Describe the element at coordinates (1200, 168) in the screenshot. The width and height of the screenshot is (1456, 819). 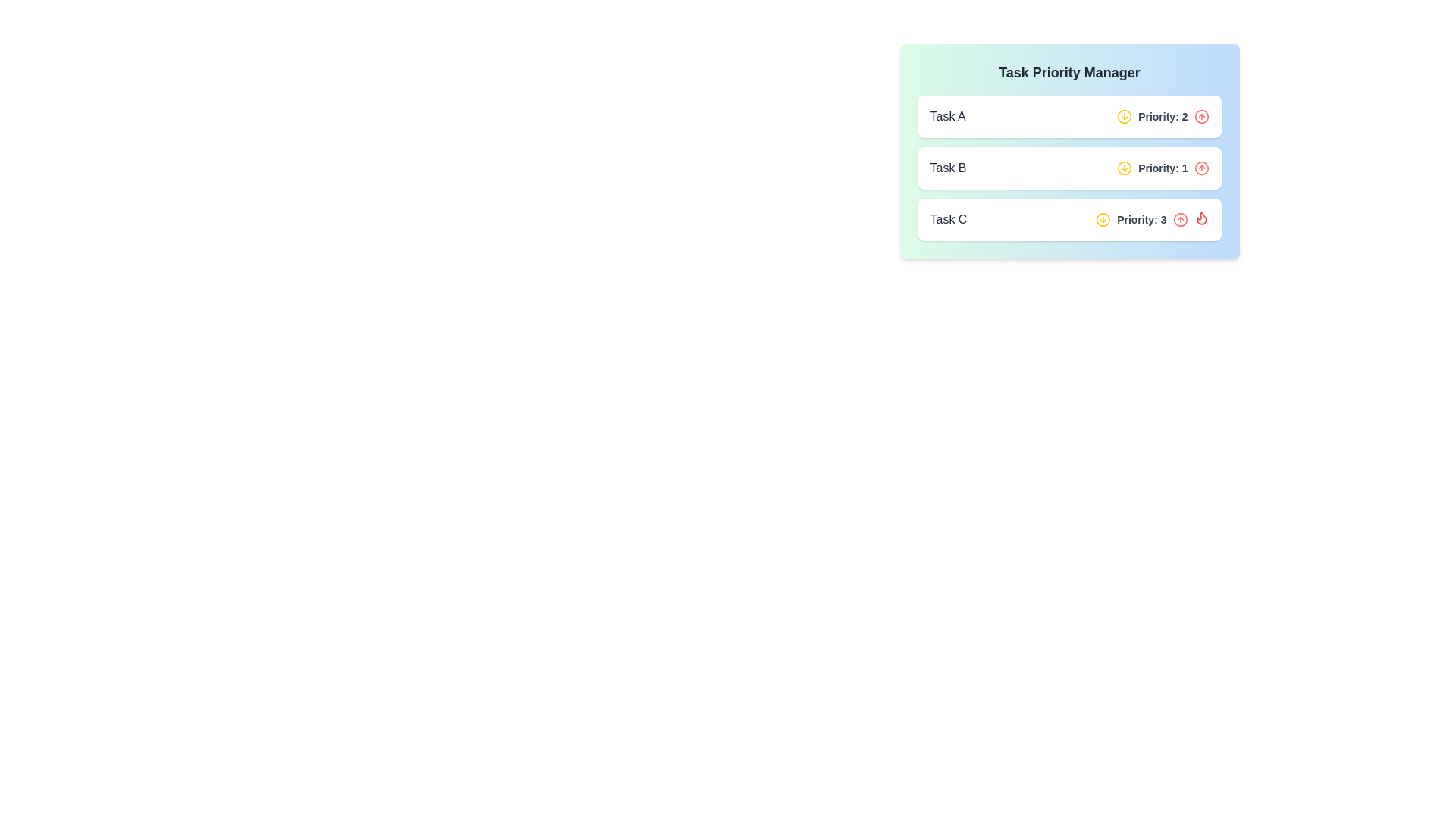
I see `the icon representing an upward priority adjustment for Task B, located adjacent to the text 'Priority: 1'` at that location.